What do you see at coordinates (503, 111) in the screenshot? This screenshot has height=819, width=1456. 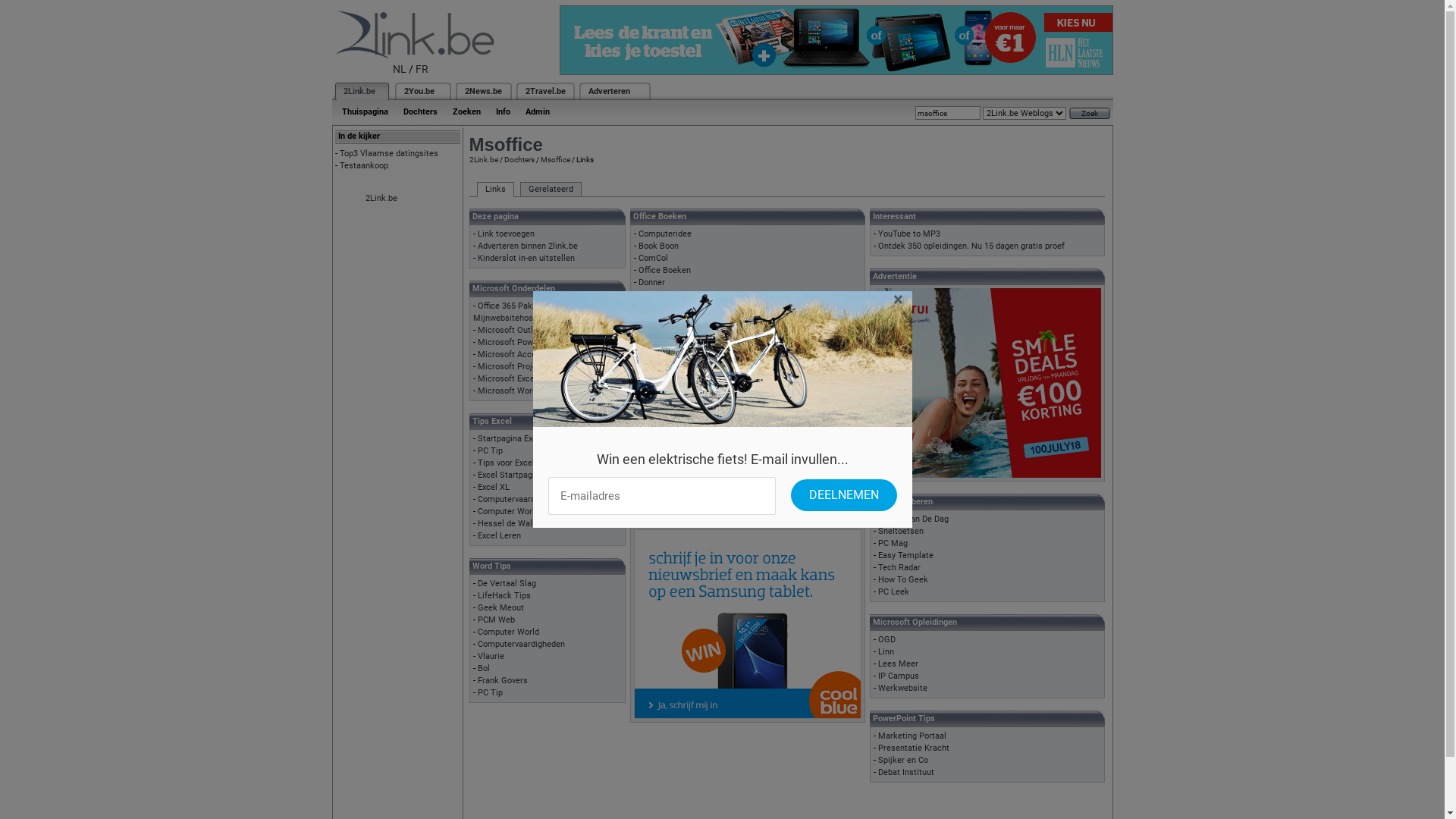 I see `'Info'` at bounding box center [503, 111].